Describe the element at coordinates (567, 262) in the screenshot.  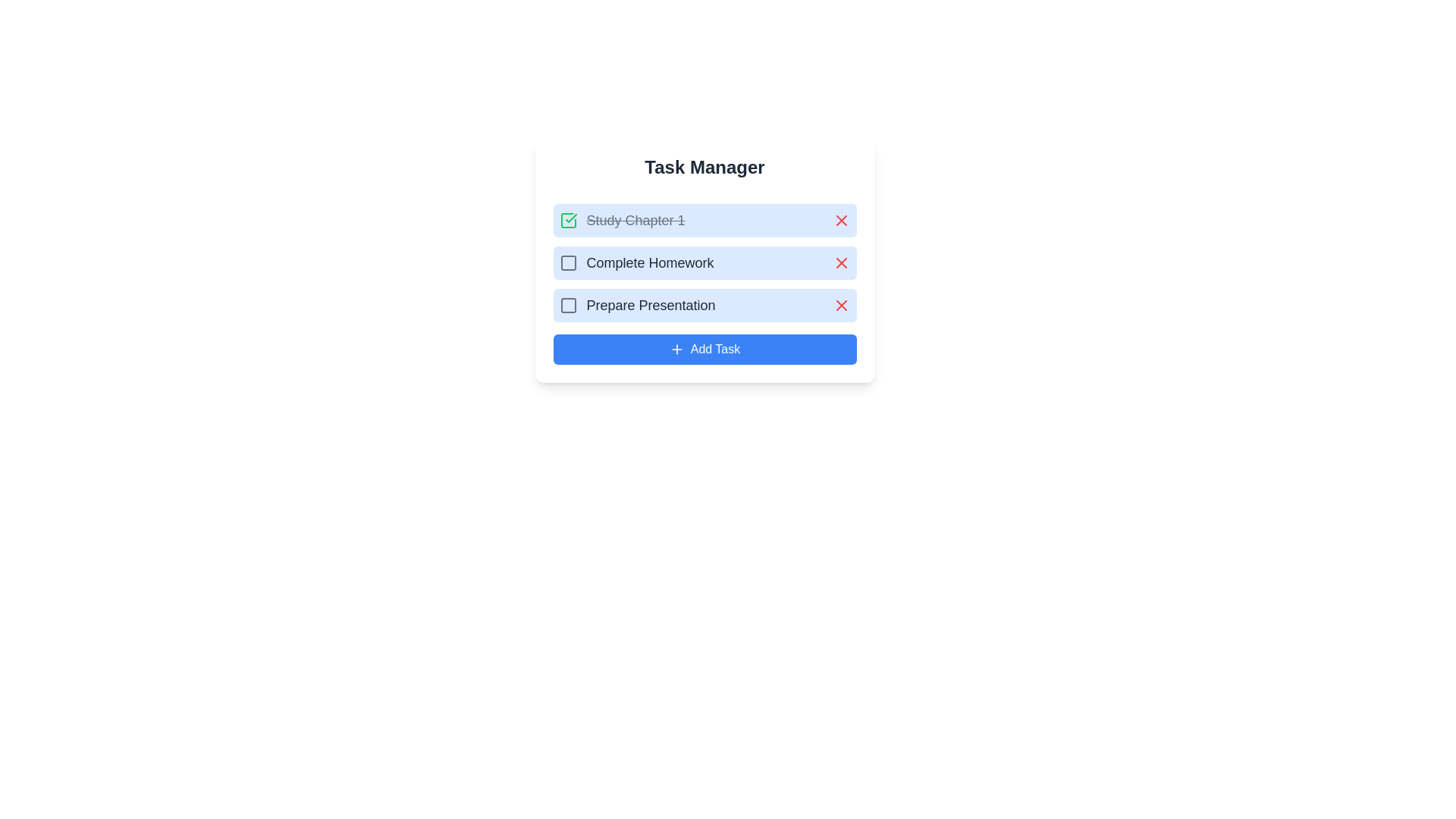
I see `the SVG-based custom icon representing the task status for 'Complete Homework' in the Task Manager card, located in the second row` at that location.